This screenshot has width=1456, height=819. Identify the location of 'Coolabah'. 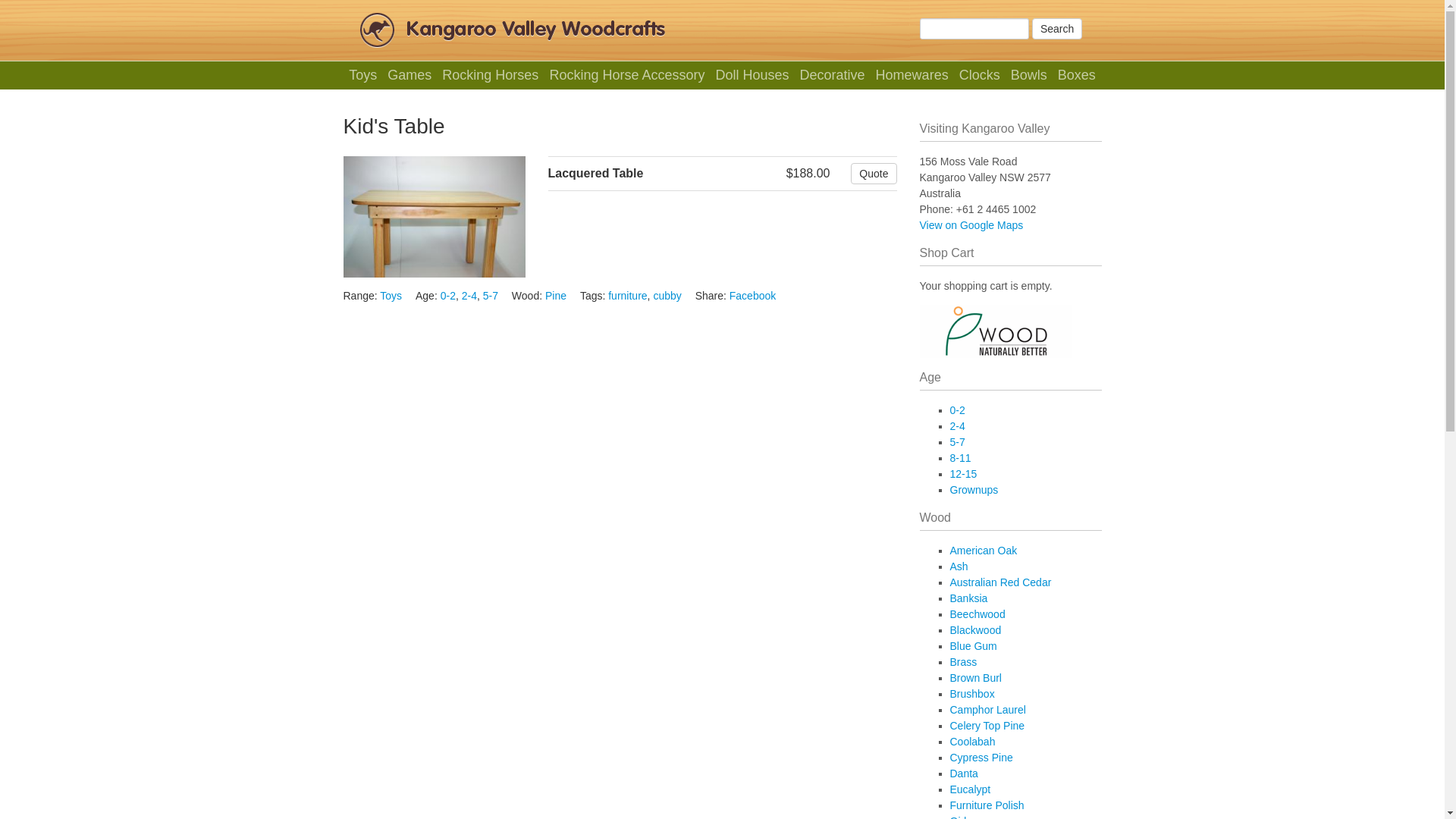
(949, 741).